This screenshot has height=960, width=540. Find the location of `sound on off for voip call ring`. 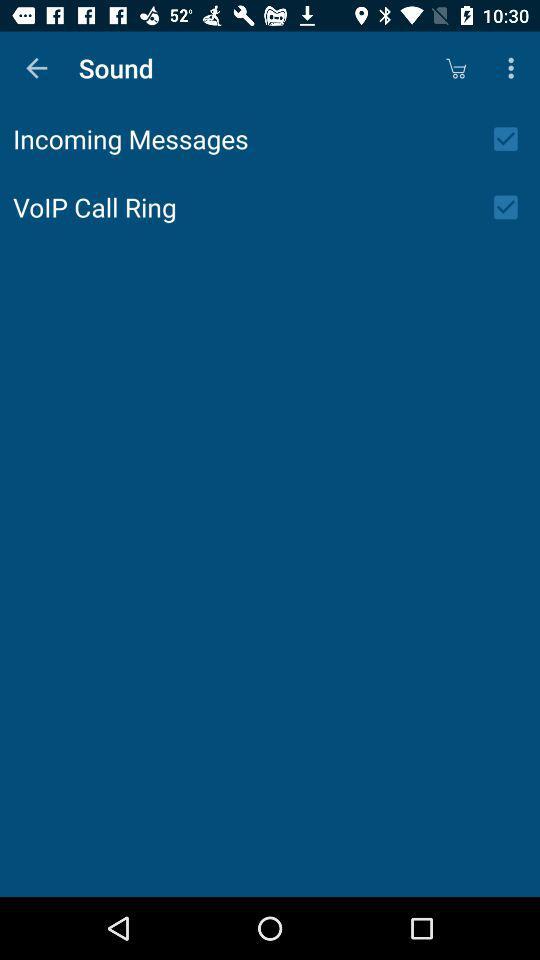

sound on off for voip call ring is located at coordinates (512, 207).